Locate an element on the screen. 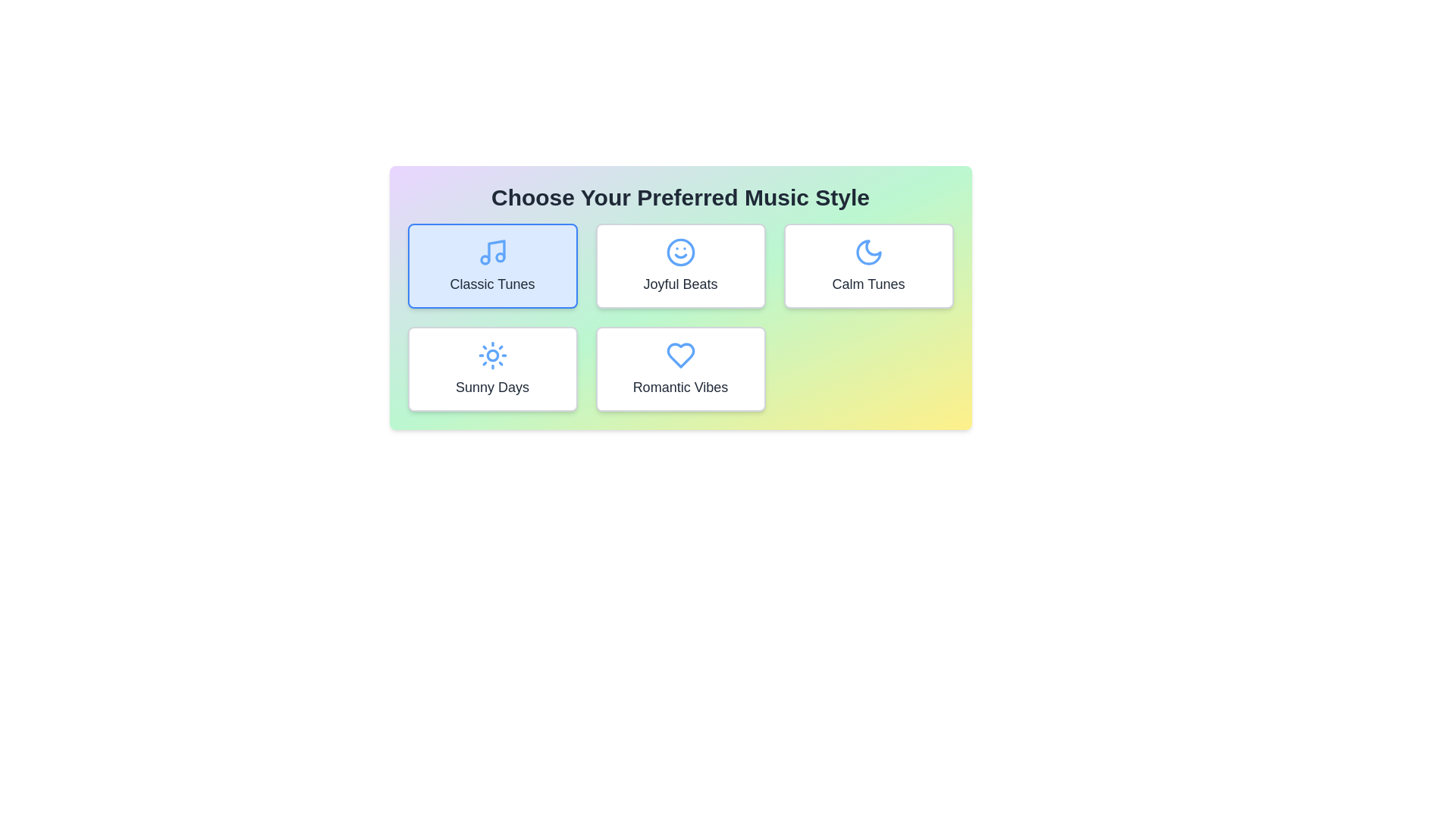 Image resolution: width=1456 pixels, height=819 pixels. the SVG circle element that is part of the smiling face icon in the 'Joyful Beats' section, which is the middle card in the top row of the card grid is located at coordinates (679, 251).